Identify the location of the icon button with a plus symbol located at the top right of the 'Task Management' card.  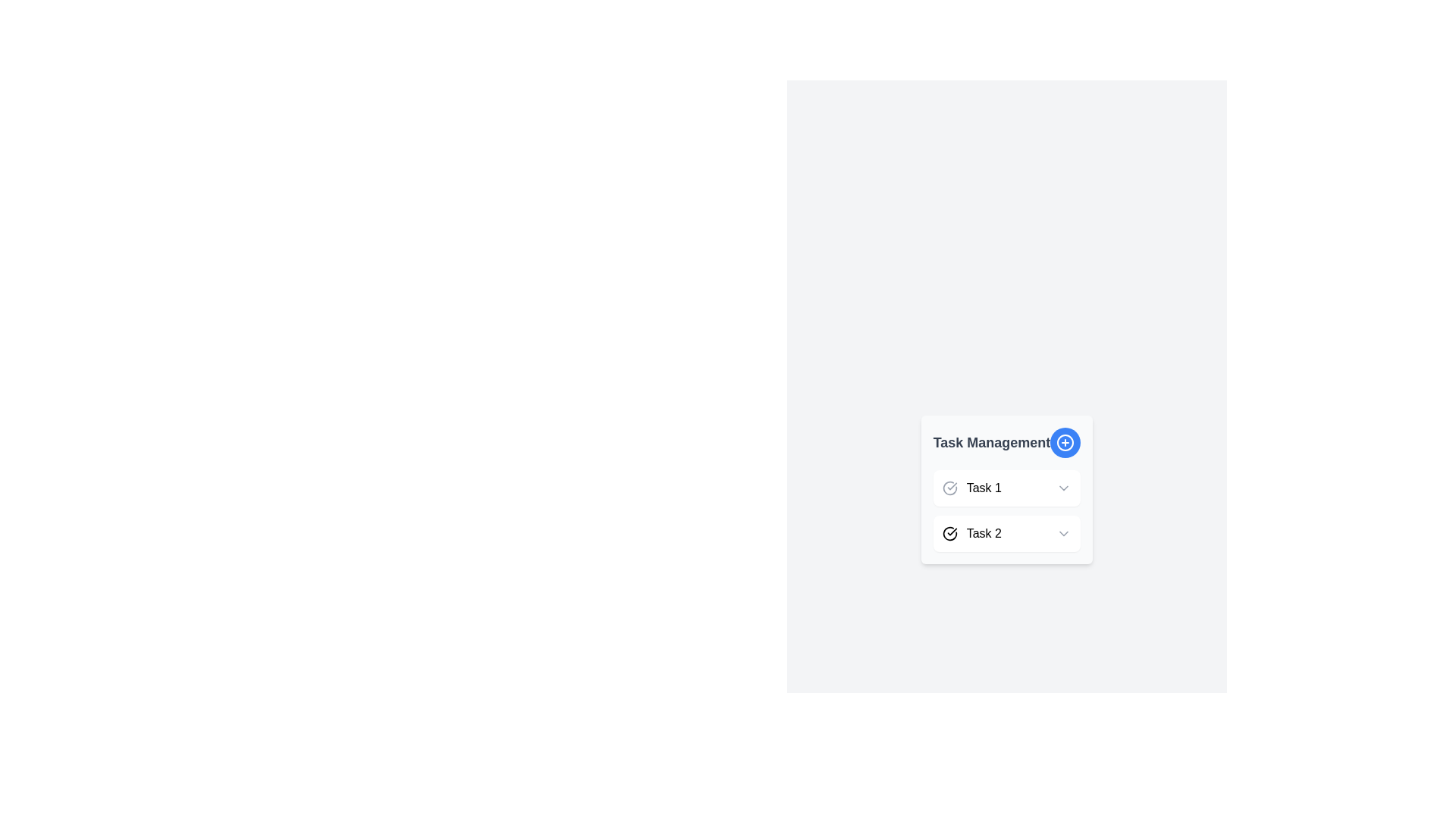
(1065, 442).